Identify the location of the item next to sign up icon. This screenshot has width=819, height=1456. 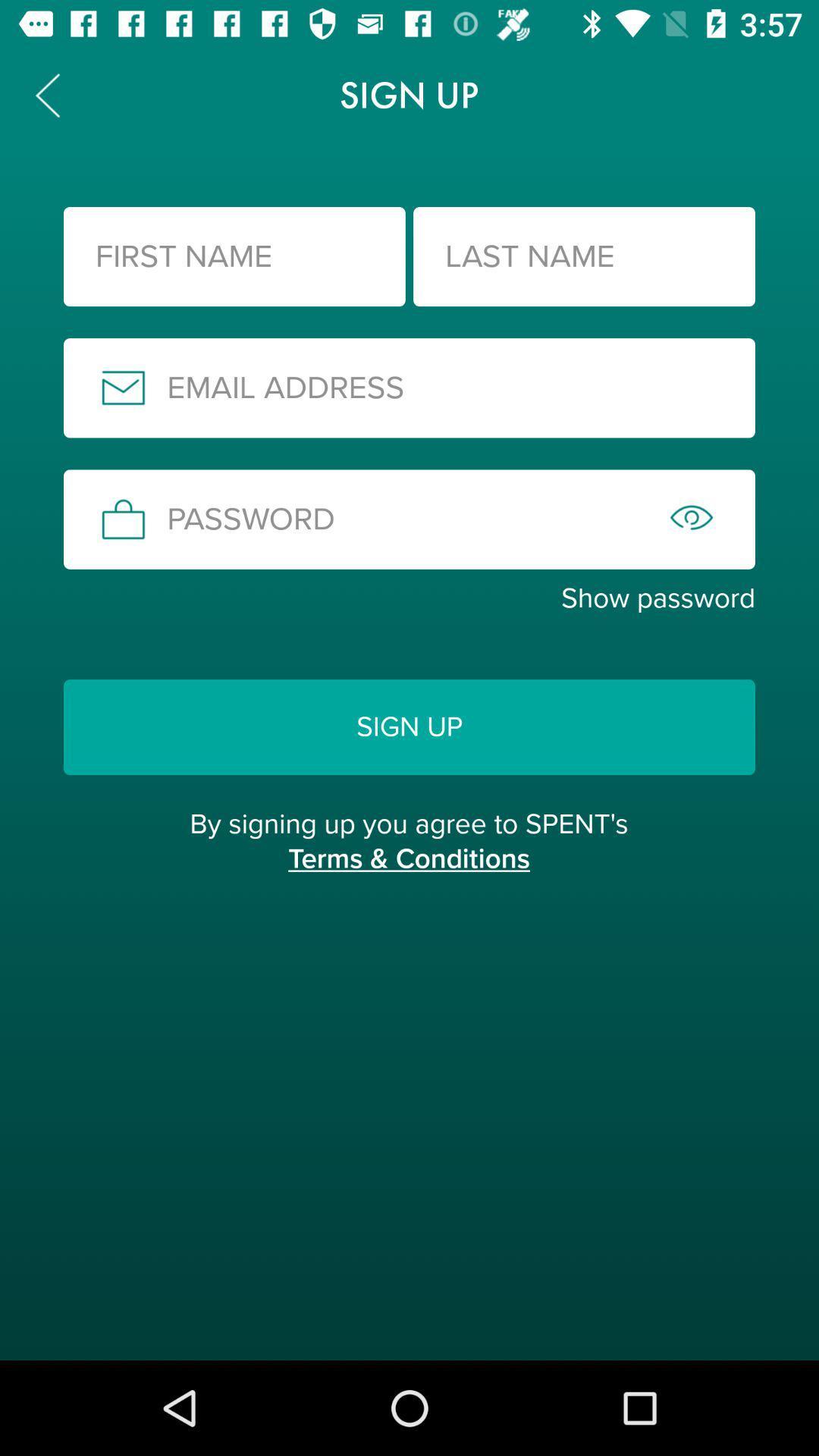
(46, 94).